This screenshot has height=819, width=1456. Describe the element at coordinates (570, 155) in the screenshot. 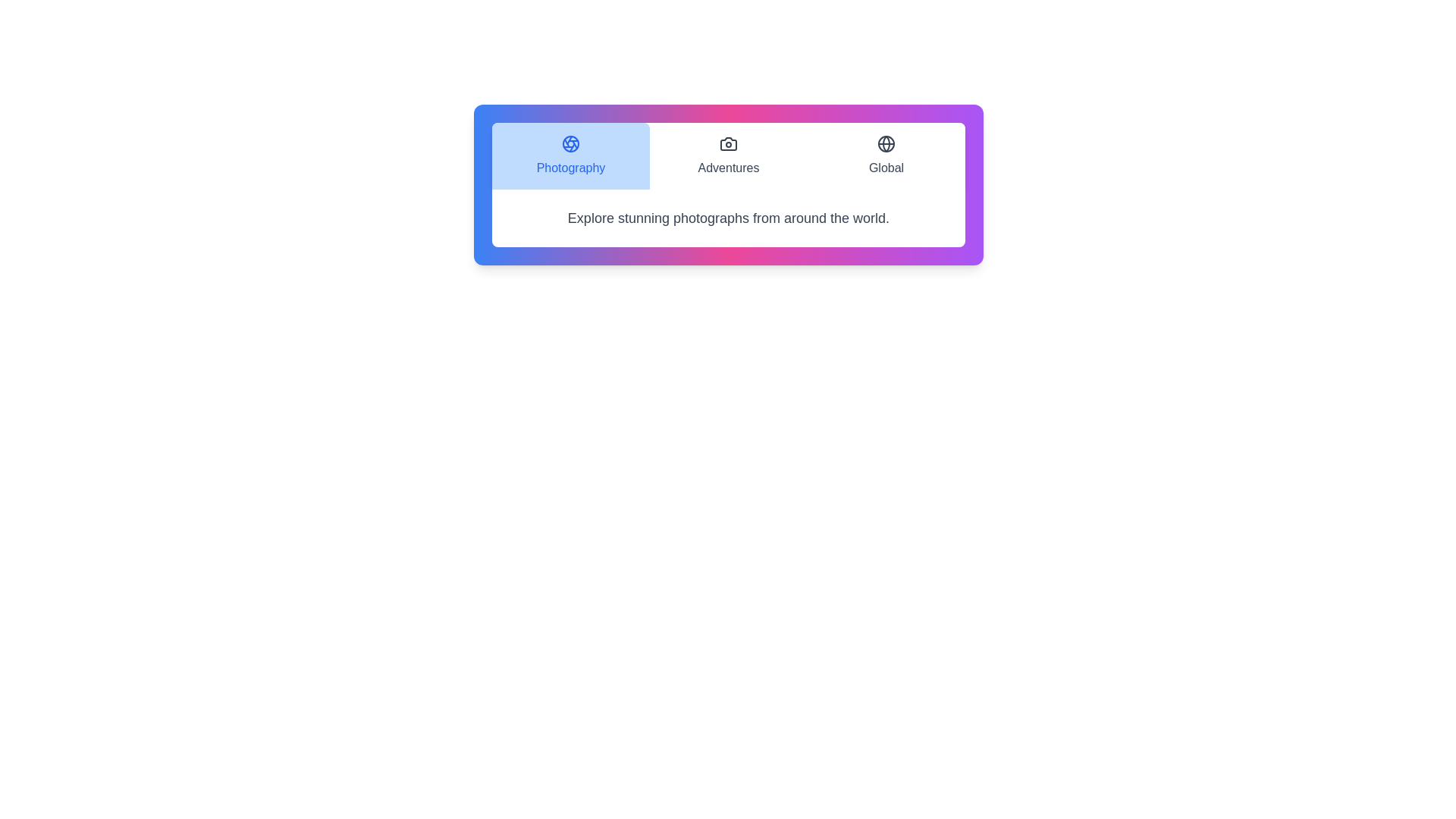

I see `the button labeled 'Photography', which features a globe icon and is the leftmost of three horizontally aligned buttons in the top portion of the interface` at that location.